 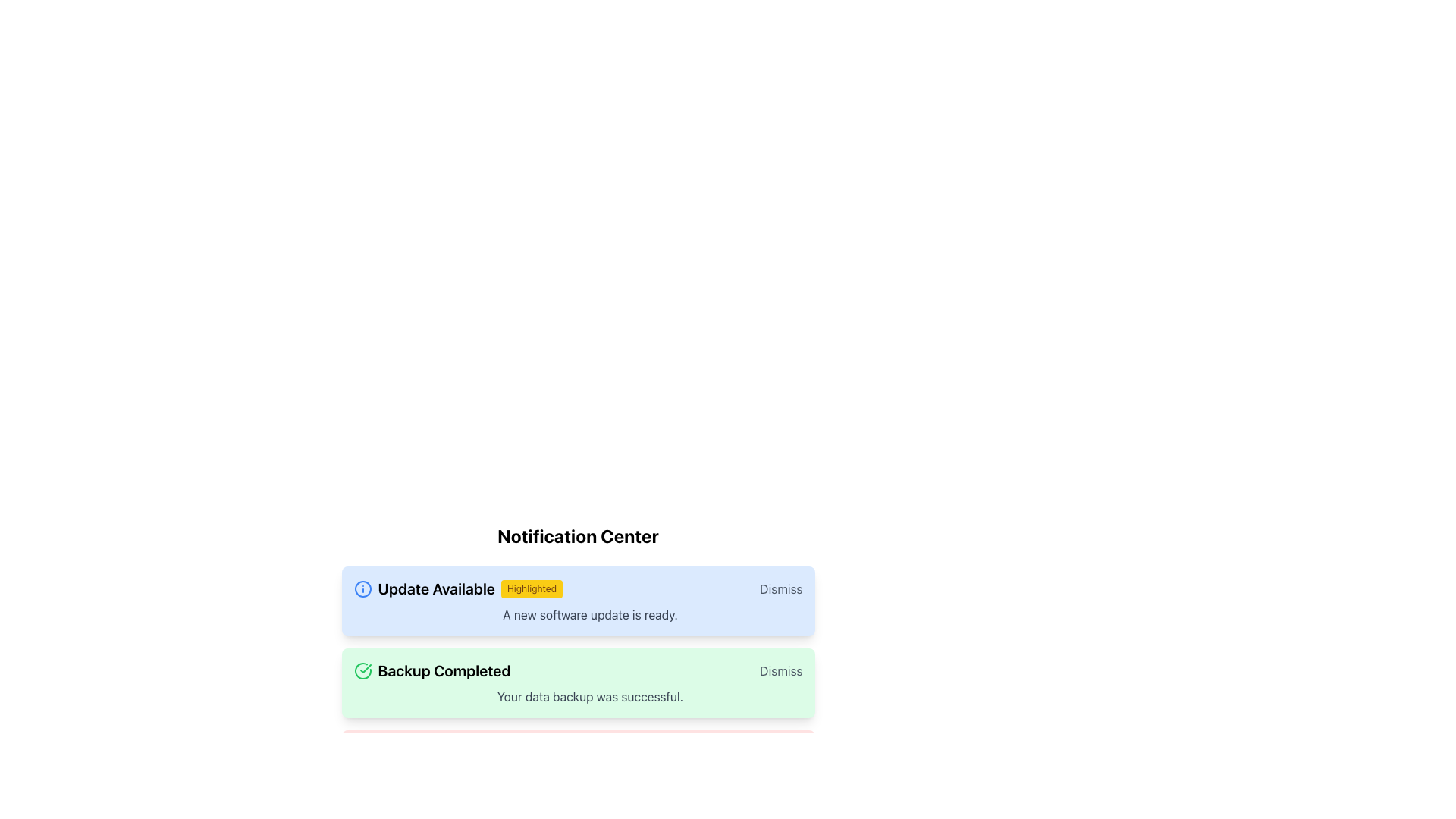 I want to click on success message from the second notification card in the 'Notification Center', which indicates that the data backup process has been successfully completed, so click(x=577, y=683).